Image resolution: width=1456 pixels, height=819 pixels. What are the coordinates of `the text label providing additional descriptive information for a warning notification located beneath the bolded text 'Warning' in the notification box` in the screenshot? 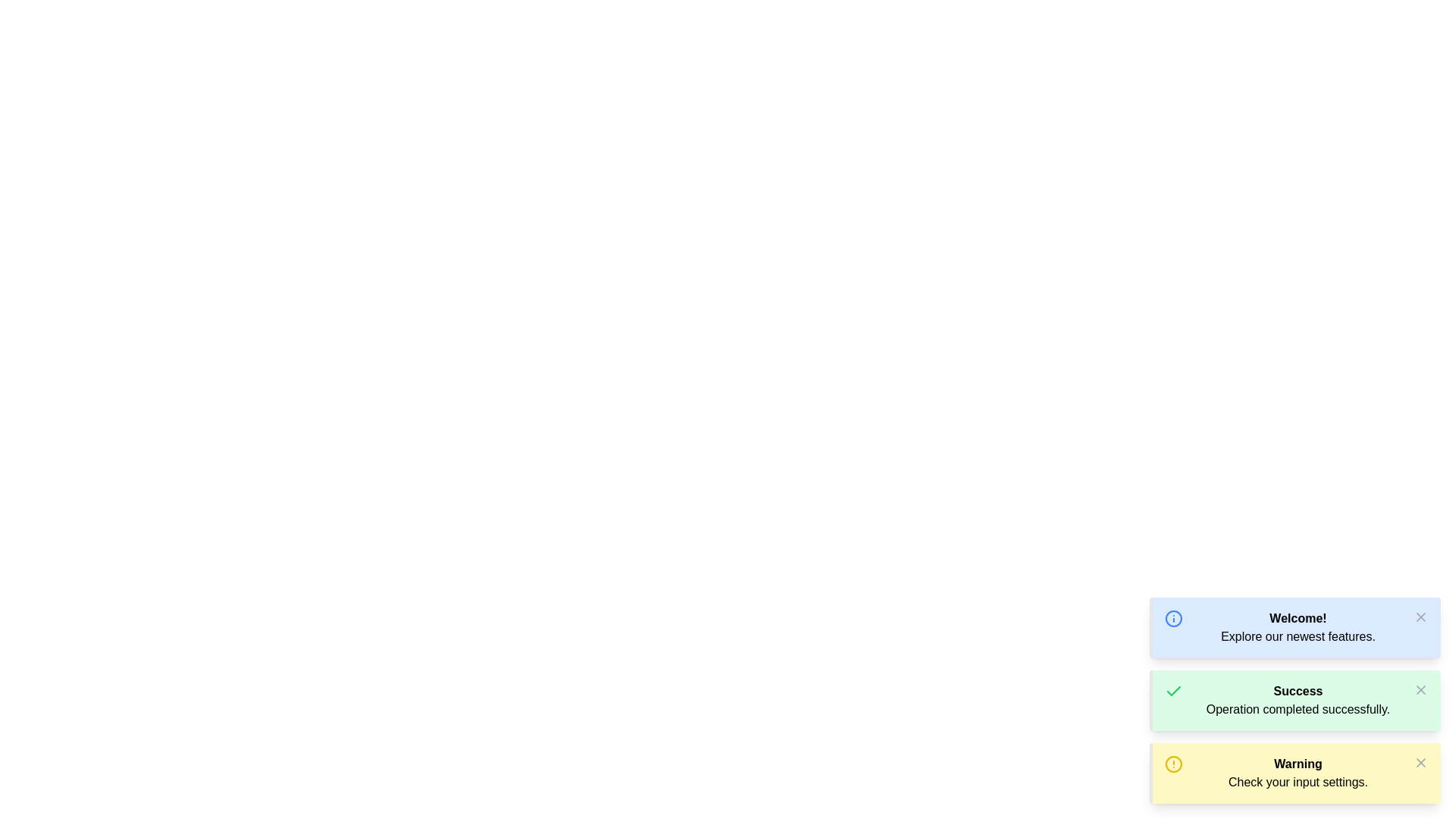 It's located at (1298, 783).